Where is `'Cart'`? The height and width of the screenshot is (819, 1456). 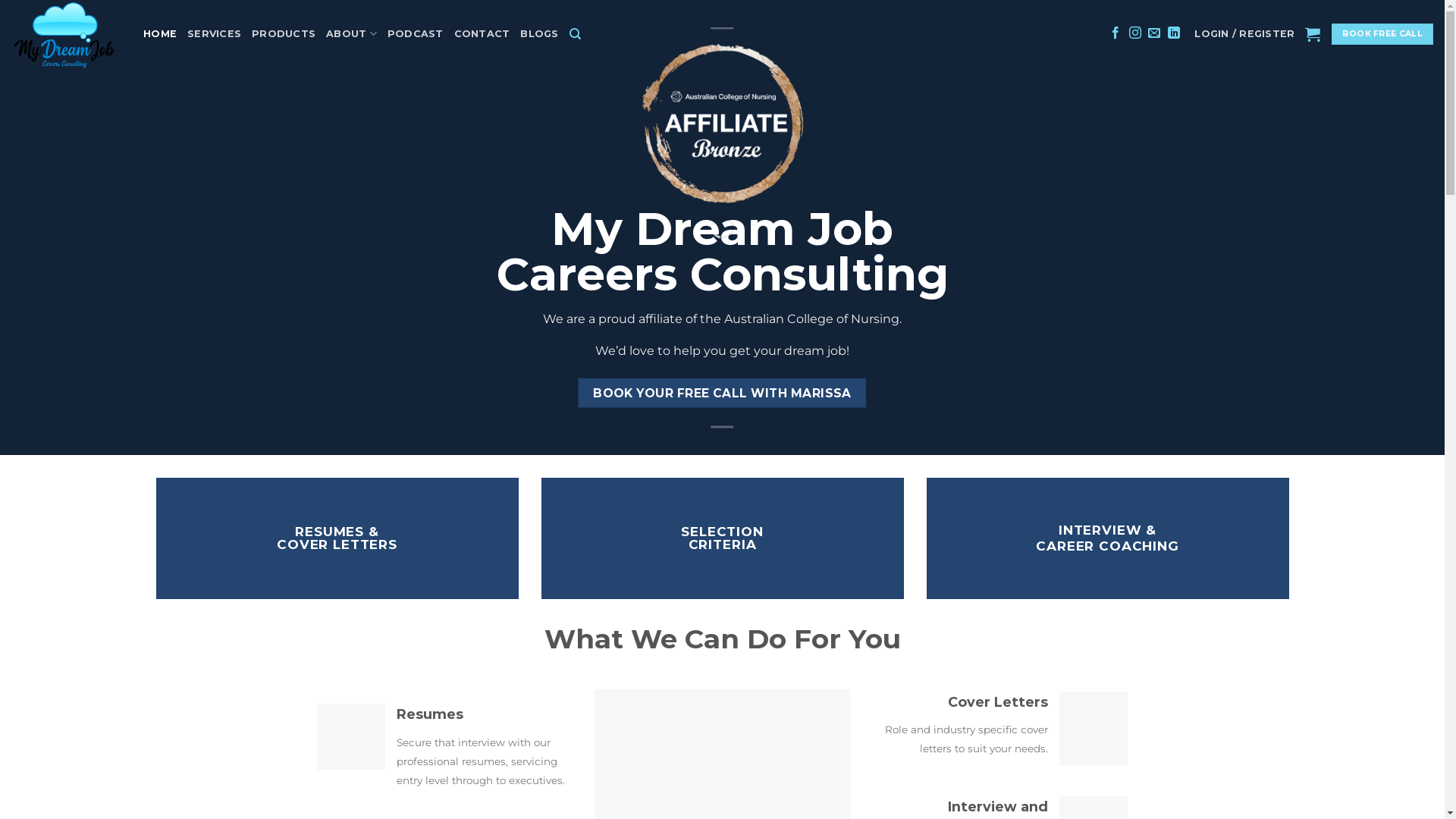 'Cart' is located at coordinates (1312, 34).